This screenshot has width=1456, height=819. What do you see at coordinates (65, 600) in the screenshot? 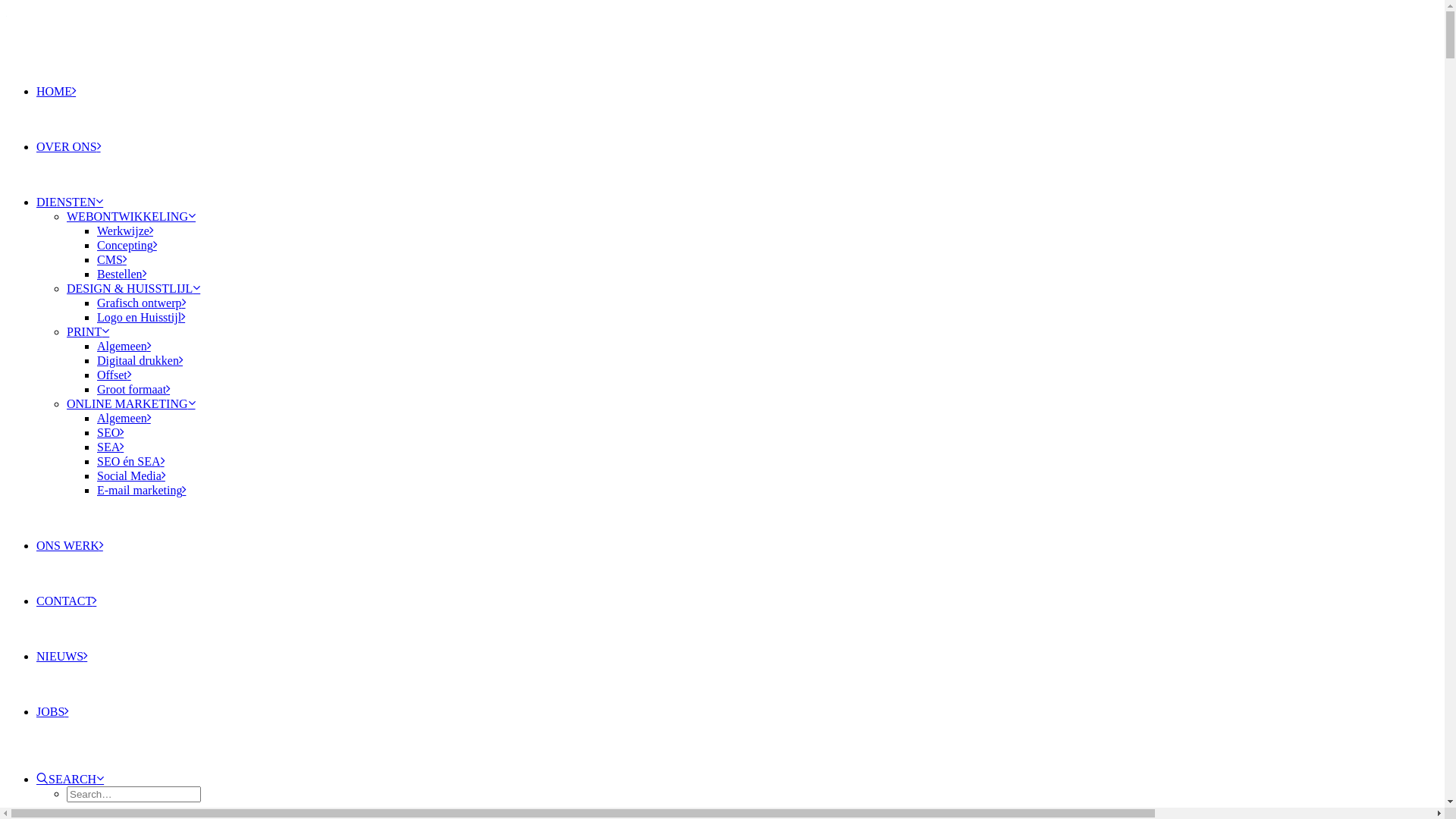
I see `'CONTACT'` at bounding box center [65, 600].